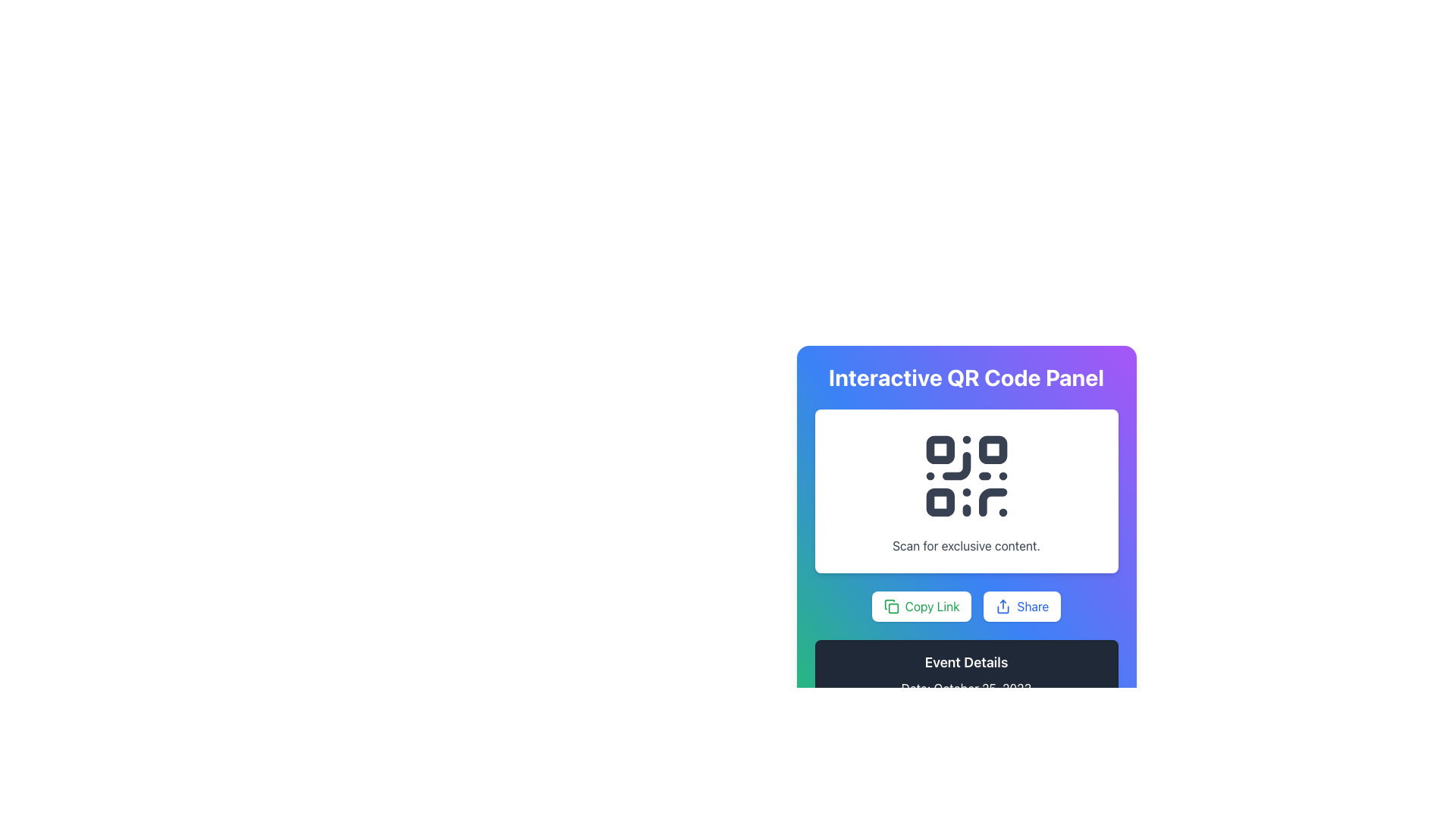 The image size is (1456, 819). Describe the element at coordinates (921, 605) in the screenshot. I see `the leftmost button that copies a link to the clipboard for keyboard navigation` at that location.